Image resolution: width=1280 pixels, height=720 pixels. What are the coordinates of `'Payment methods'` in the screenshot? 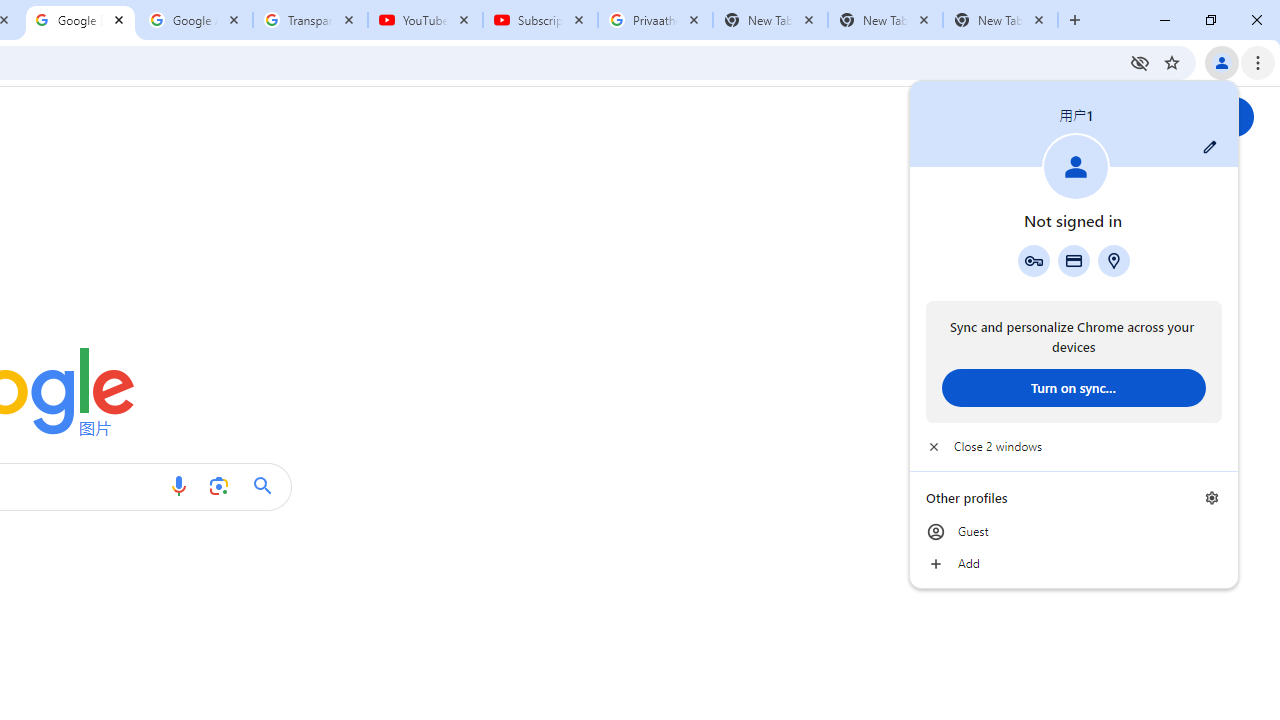 It's located at (1073, 260).